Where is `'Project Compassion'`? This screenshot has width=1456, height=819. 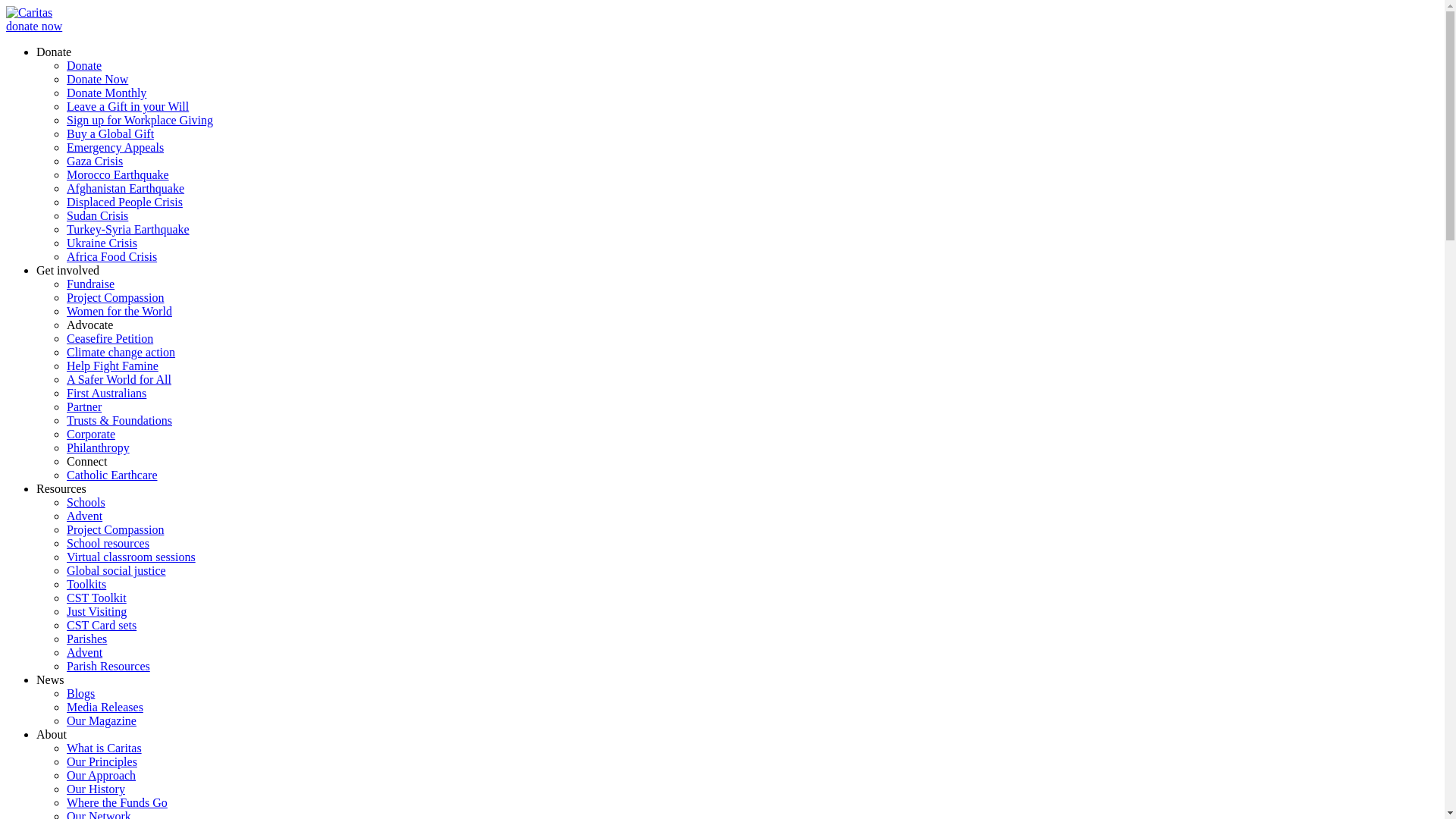
'Project Compassion' is located at coordinates (115, 529).